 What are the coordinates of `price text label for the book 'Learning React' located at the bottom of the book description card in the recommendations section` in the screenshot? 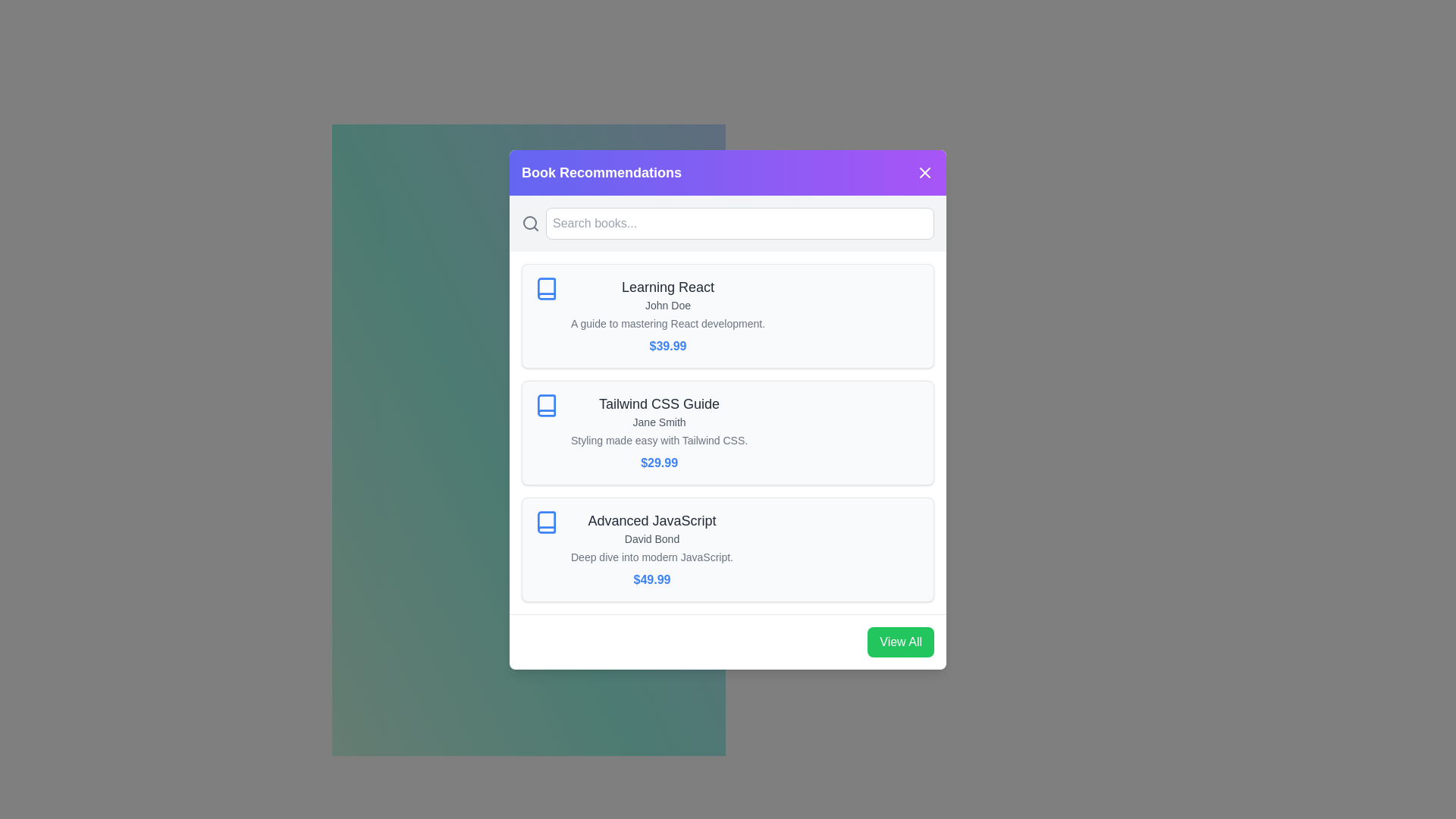 It's located at (667, 346).